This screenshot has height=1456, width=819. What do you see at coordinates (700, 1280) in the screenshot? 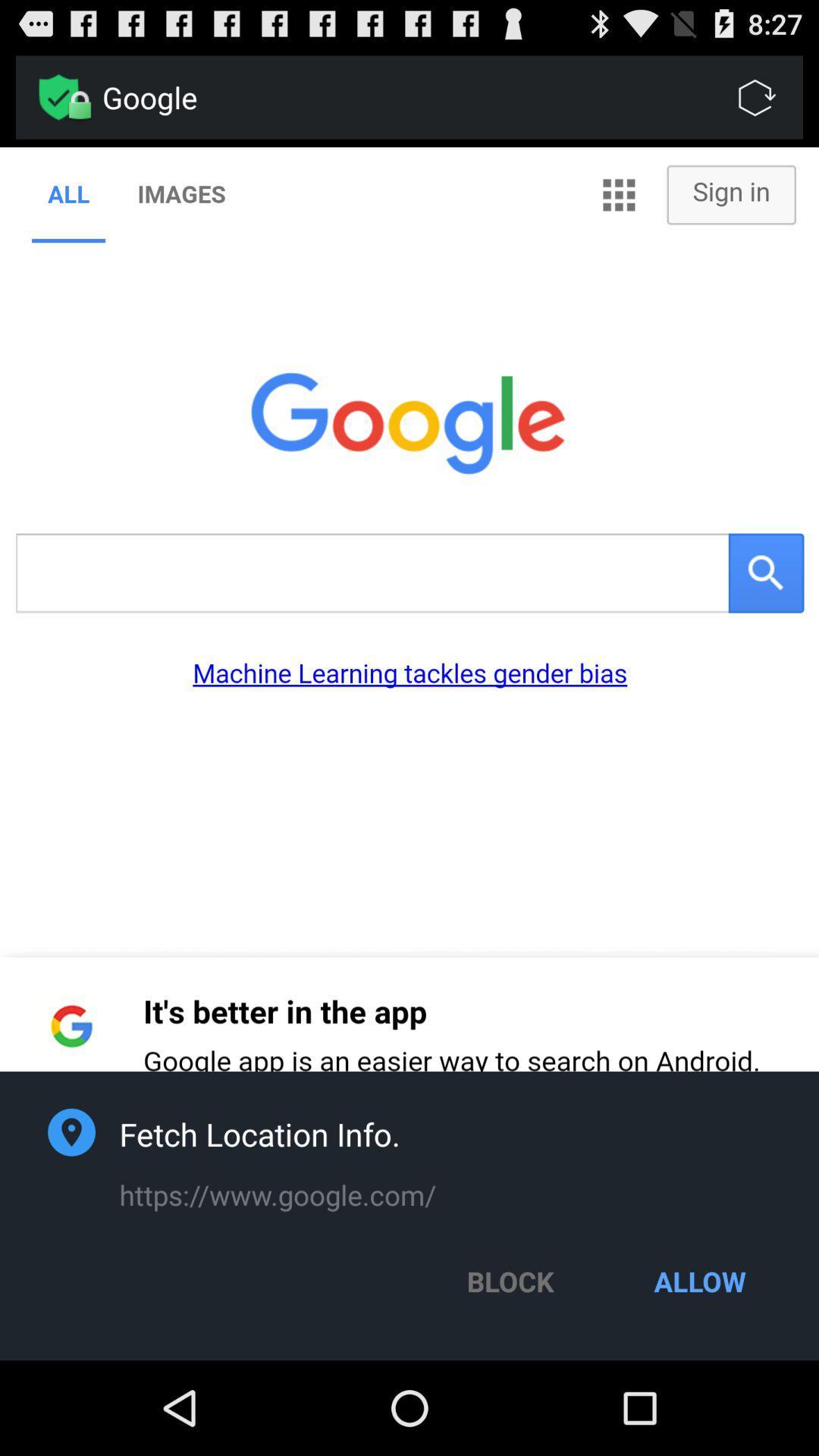
I see `the allow button` at bounding box center [700, 1280].